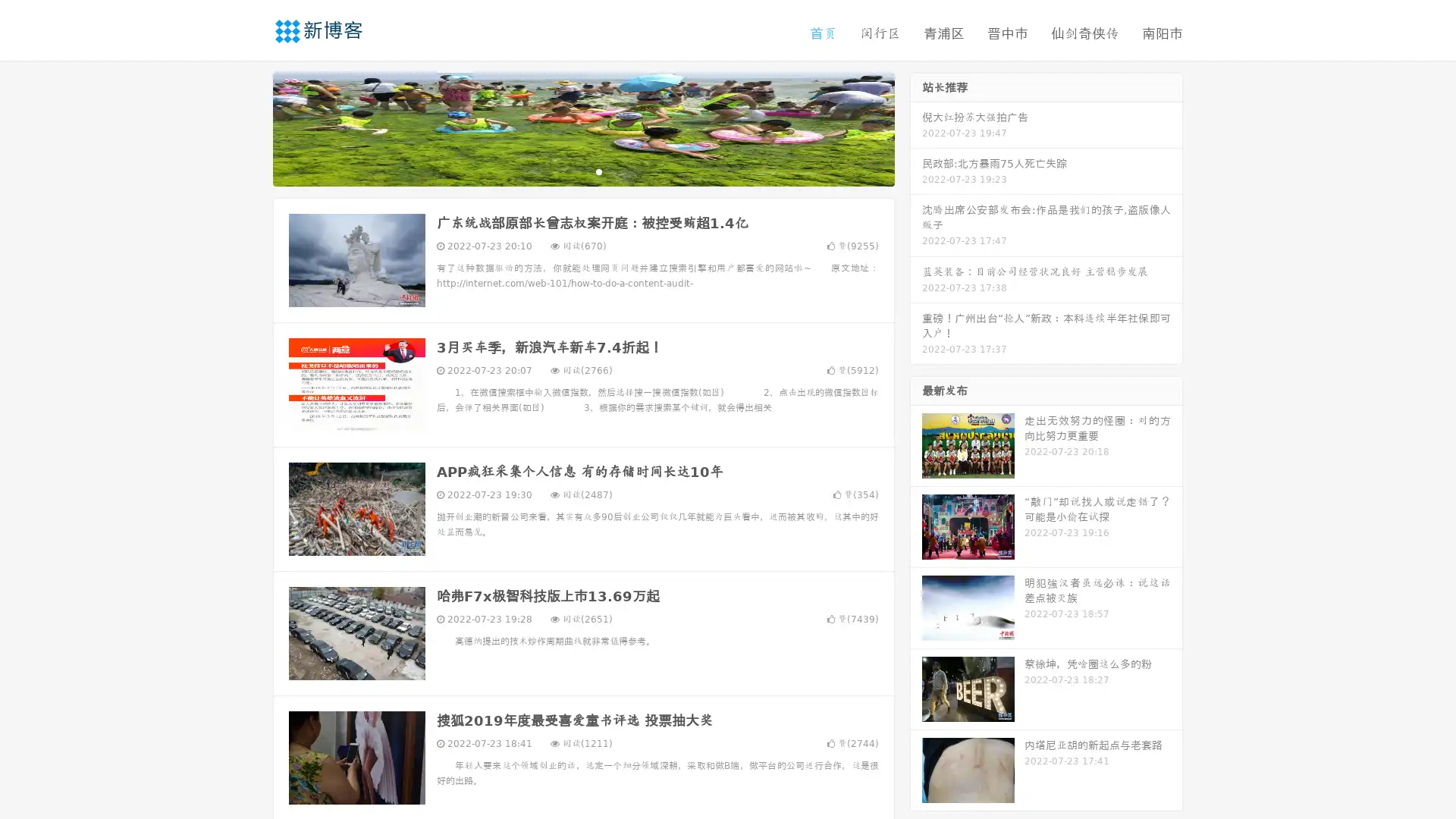  Describe the element at coordinates (250, 127) in the screenshot. I see `Previous slide` at that location.